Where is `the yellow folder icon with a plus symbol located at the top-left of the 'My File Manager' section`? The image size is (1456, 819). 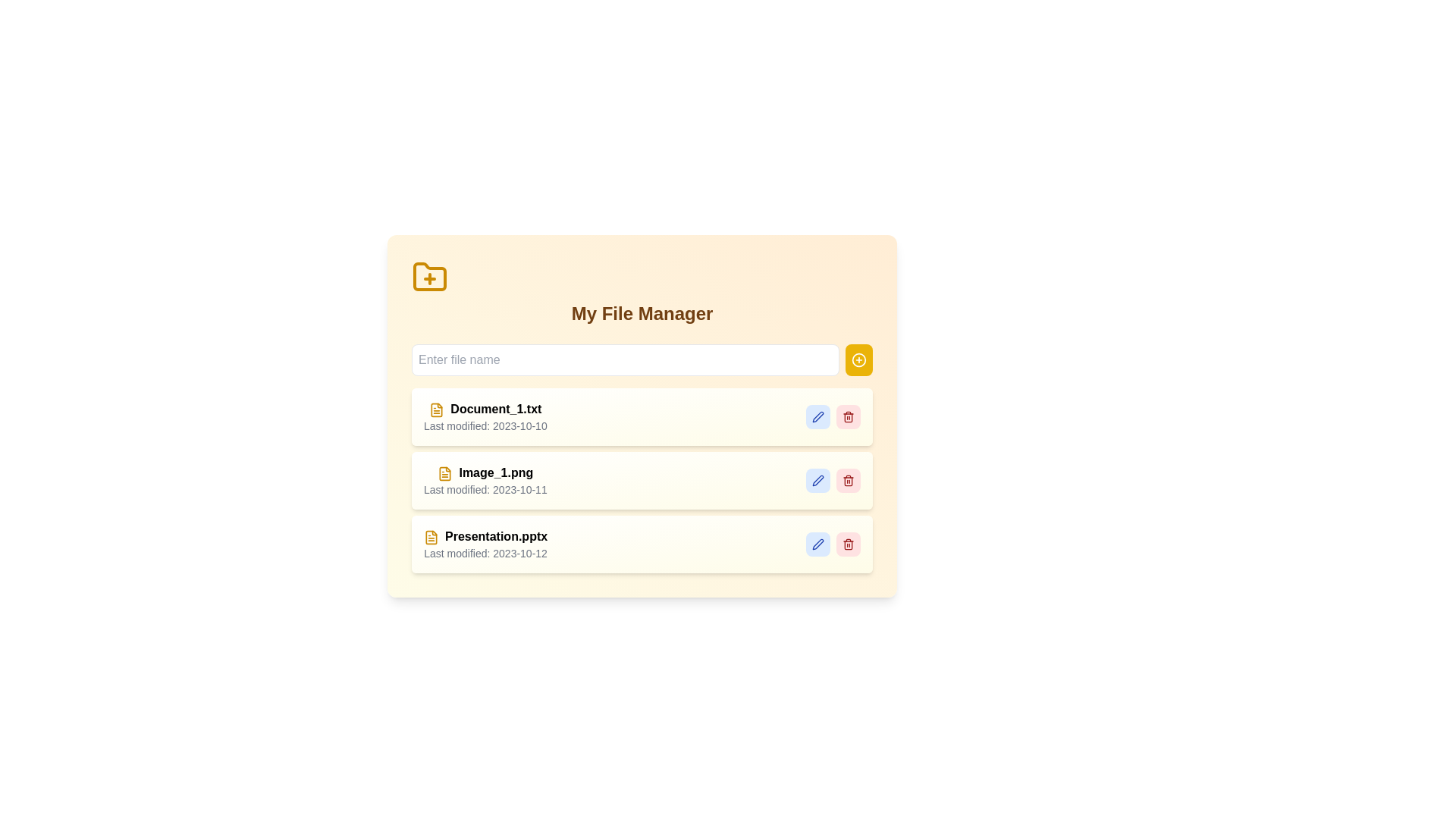 the yellow folder icon with a plus symbol located at the top-left of the 'My File Manager' section is located at coordinates (428, 278).